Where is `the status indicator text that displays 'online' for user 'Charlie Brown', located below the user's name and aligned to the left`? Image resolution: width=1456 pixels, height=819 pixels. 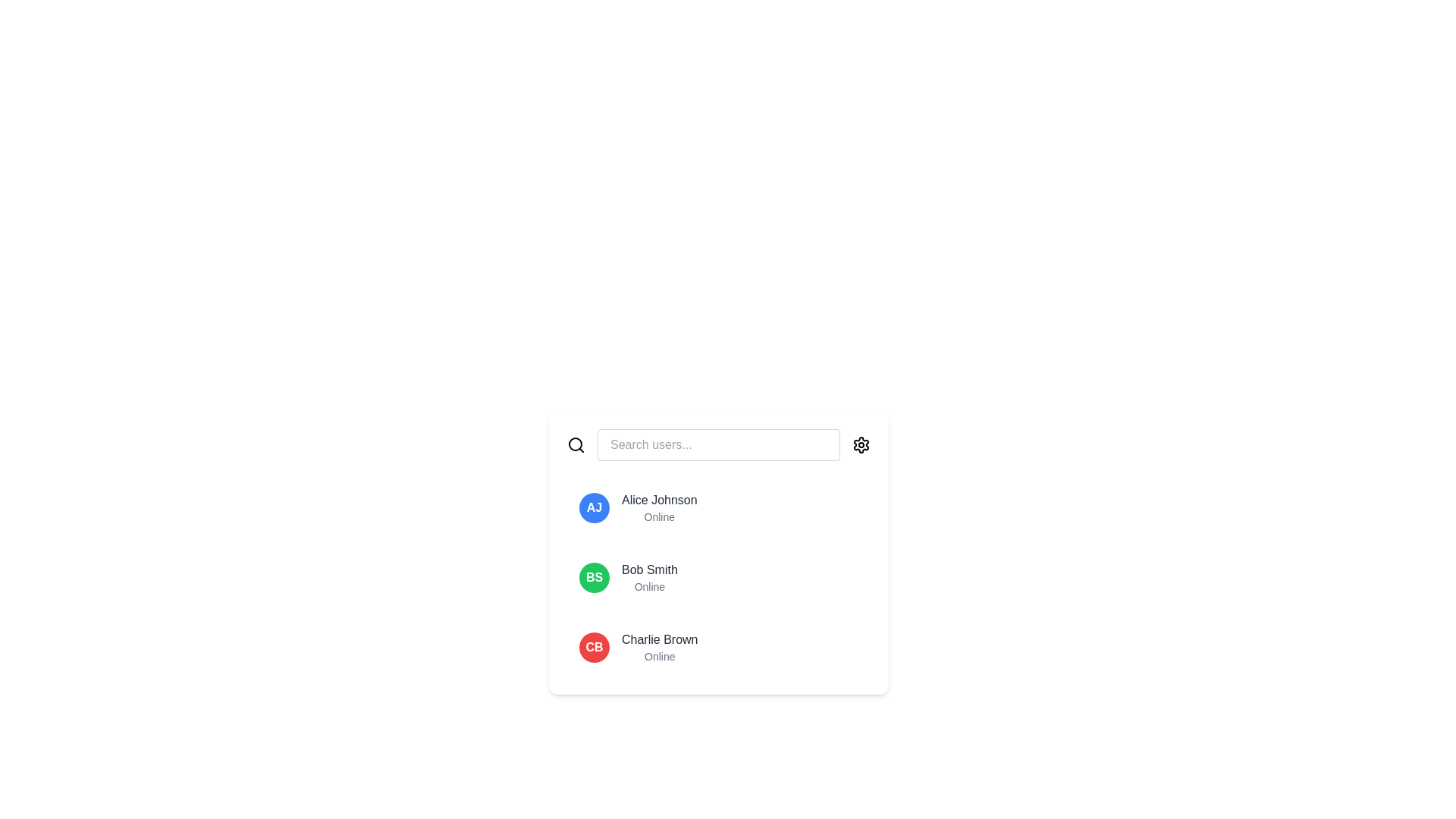 the status indicator text that displays 'online' for user 'Charlie Brown', located below the user's name and aligned to the left is located at coordinates (660, 656).